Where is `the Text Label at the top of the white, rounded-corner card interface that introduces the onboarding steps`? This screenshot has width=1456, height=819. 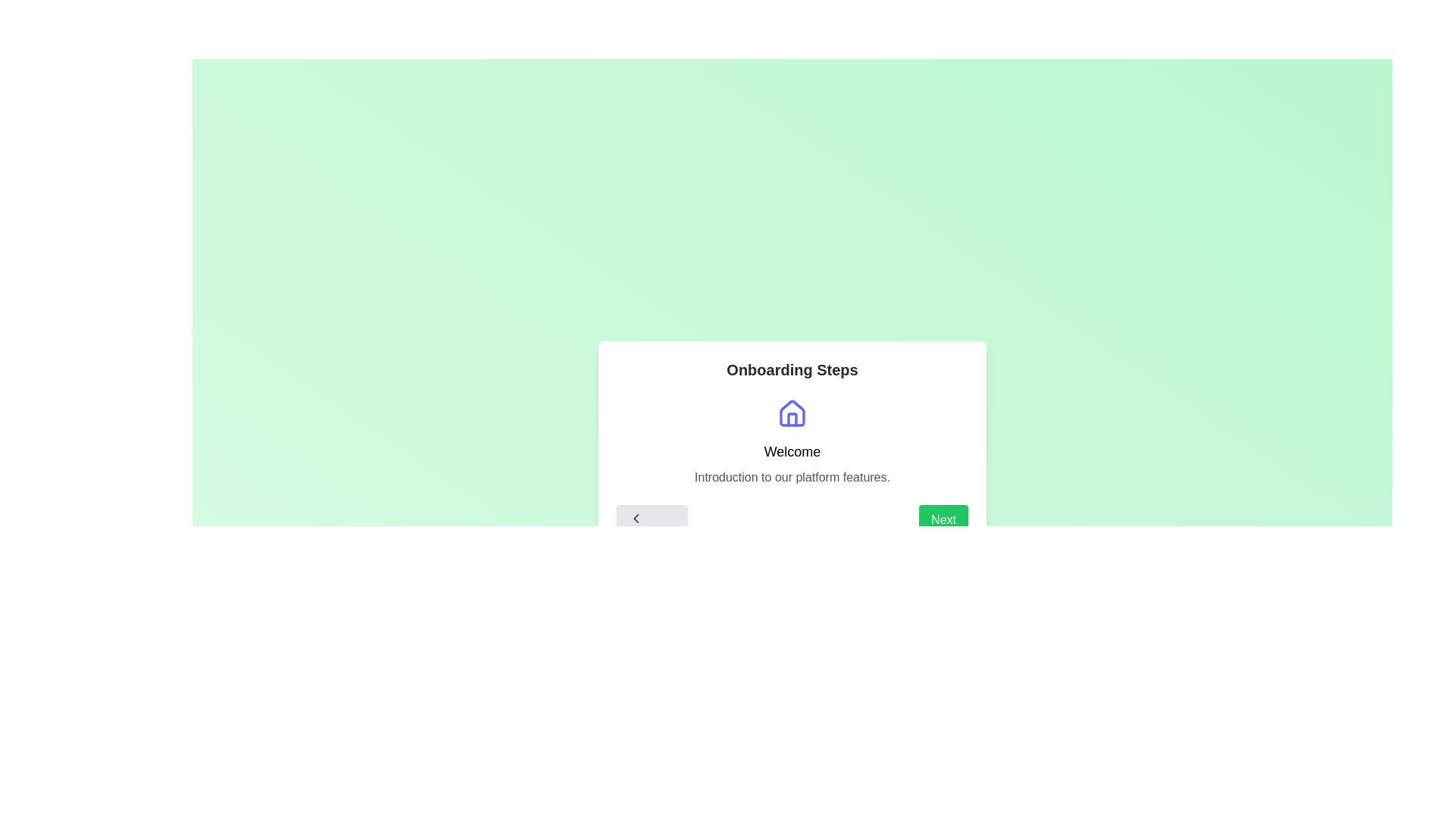
the Text Label at the top of the white, rounded-corner card interface that introduces the onboarding steps is located at coordinates (792, 370).